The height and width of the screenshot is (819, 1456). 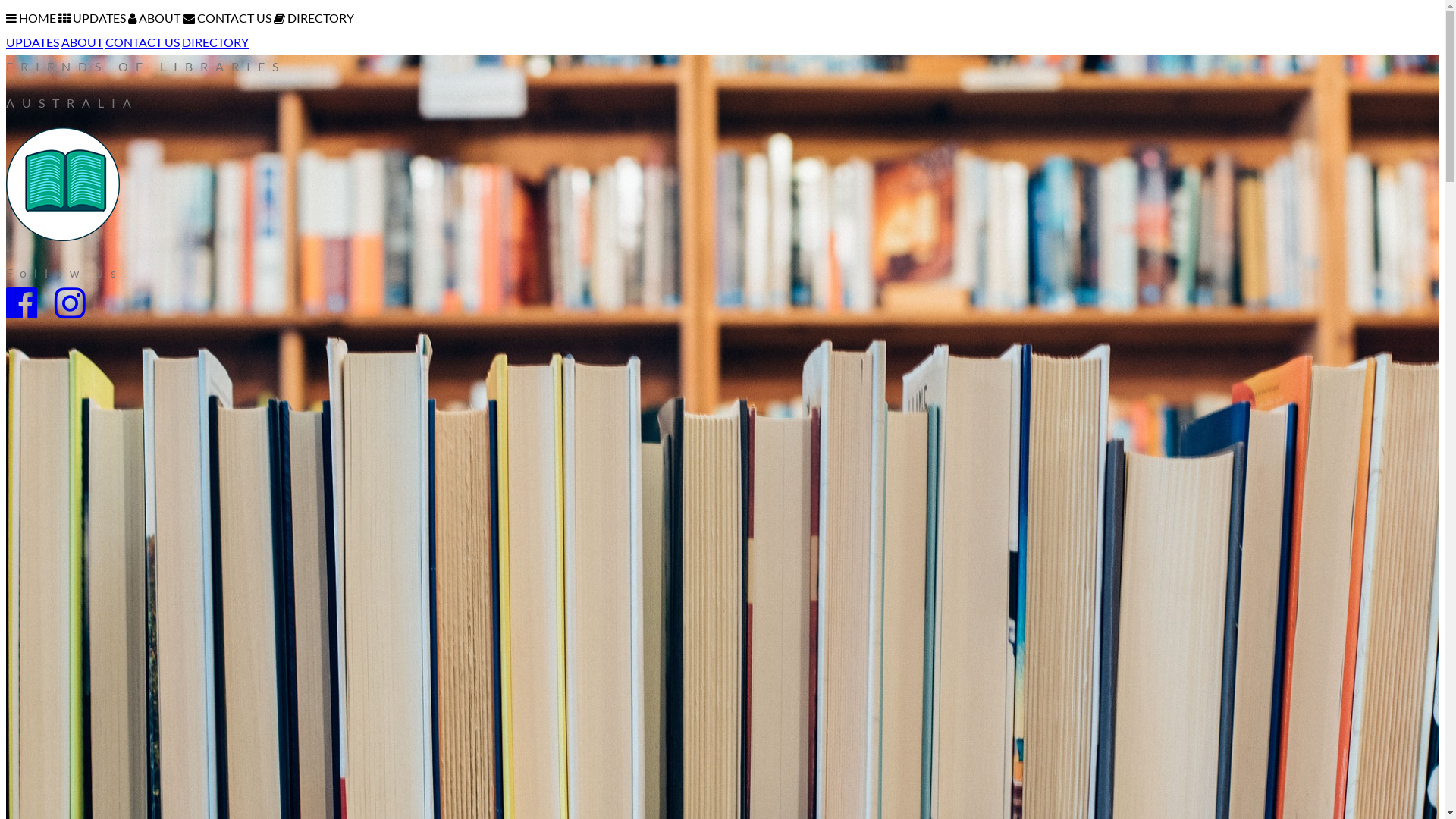 What do you see at coordinates (226, 17) in the screenshot?
I see `'CONTACT US'` at bounding box center [226, 17].